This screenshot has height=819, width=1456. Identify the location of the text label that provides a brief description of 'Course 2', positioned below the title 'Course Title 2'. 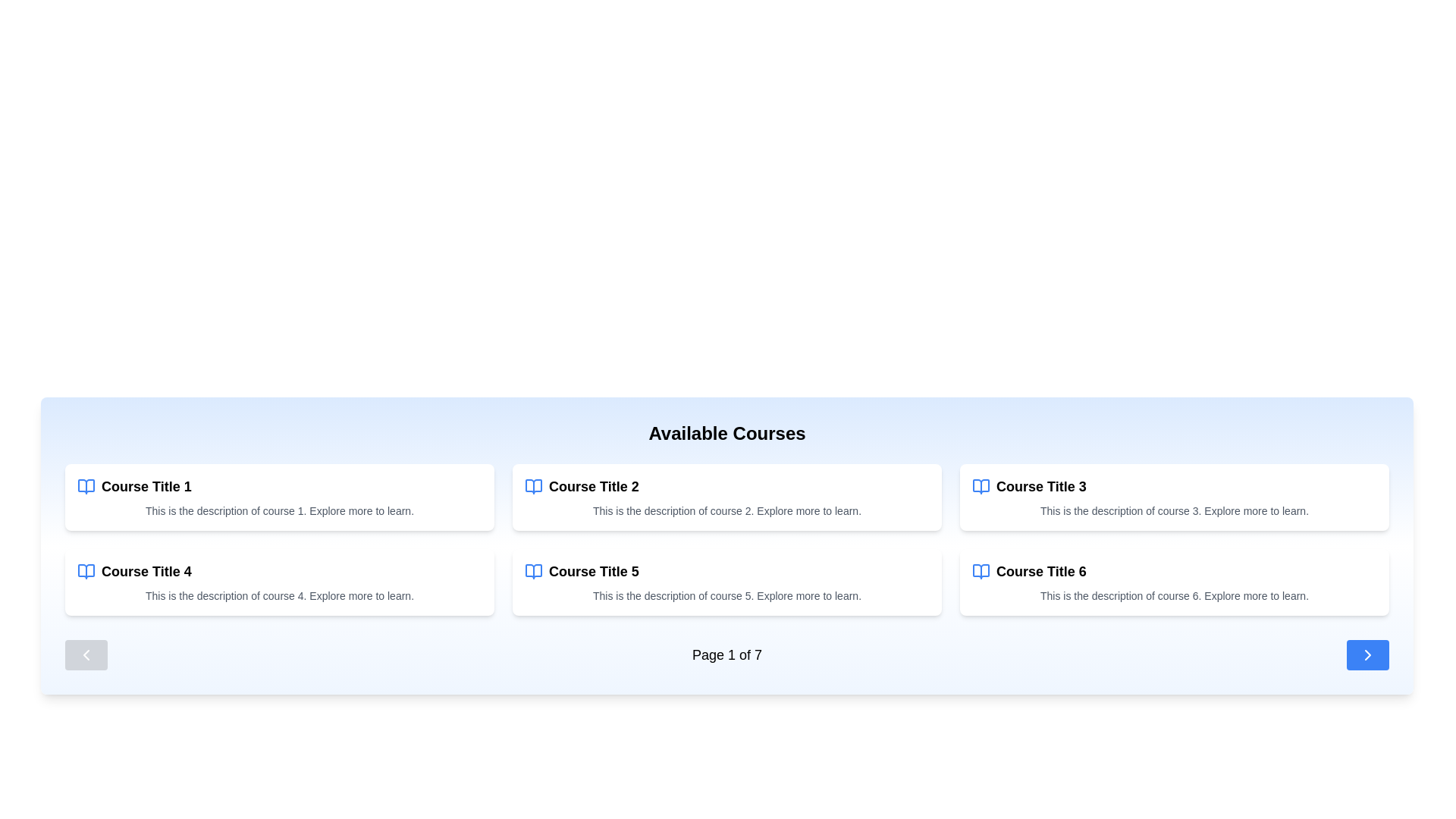
(726, 511).